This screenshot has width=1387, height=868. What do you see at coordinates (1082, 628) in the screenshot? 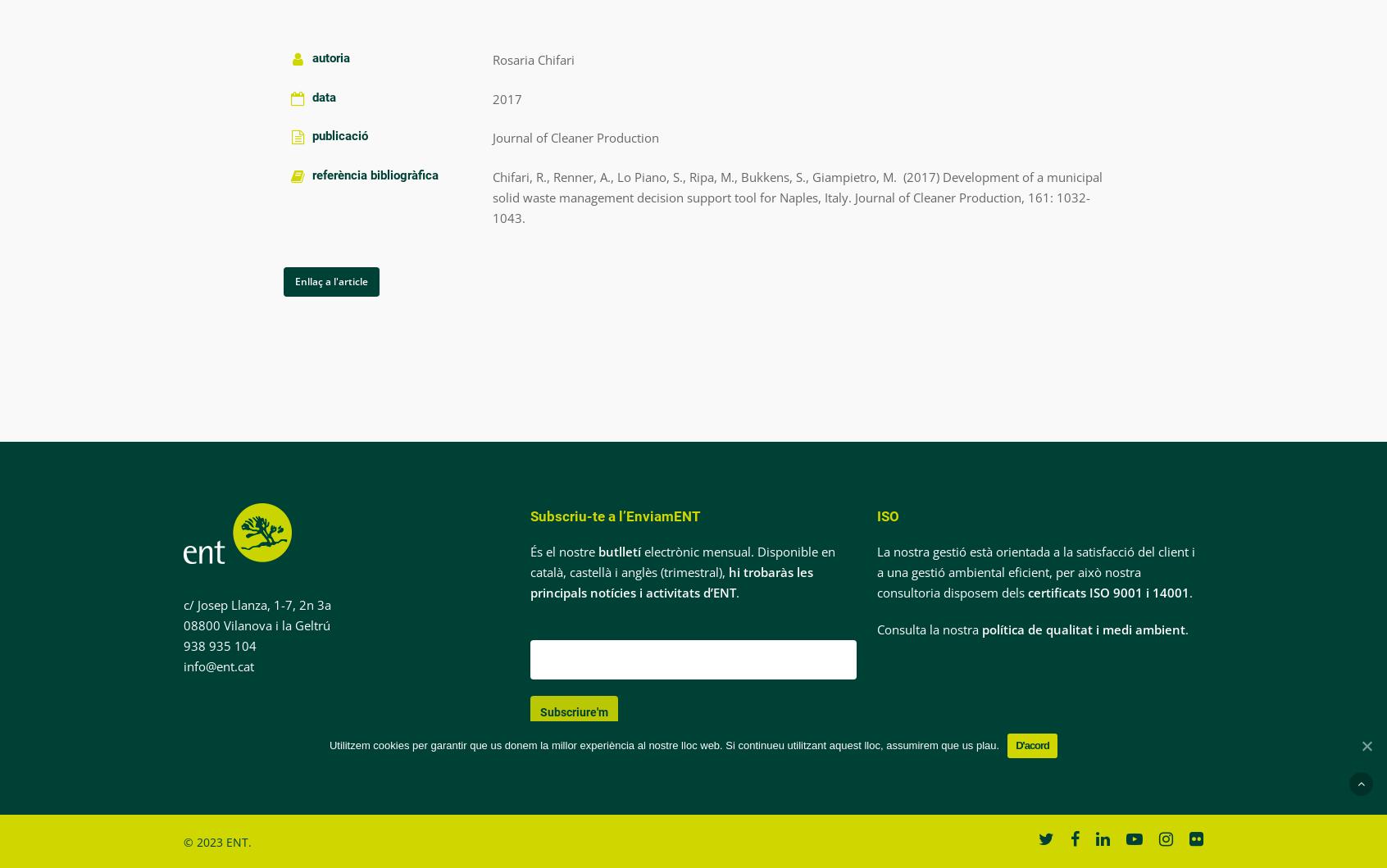
I see `'política de qualitat i medi ambient'` at bounding box center [1082, 628].